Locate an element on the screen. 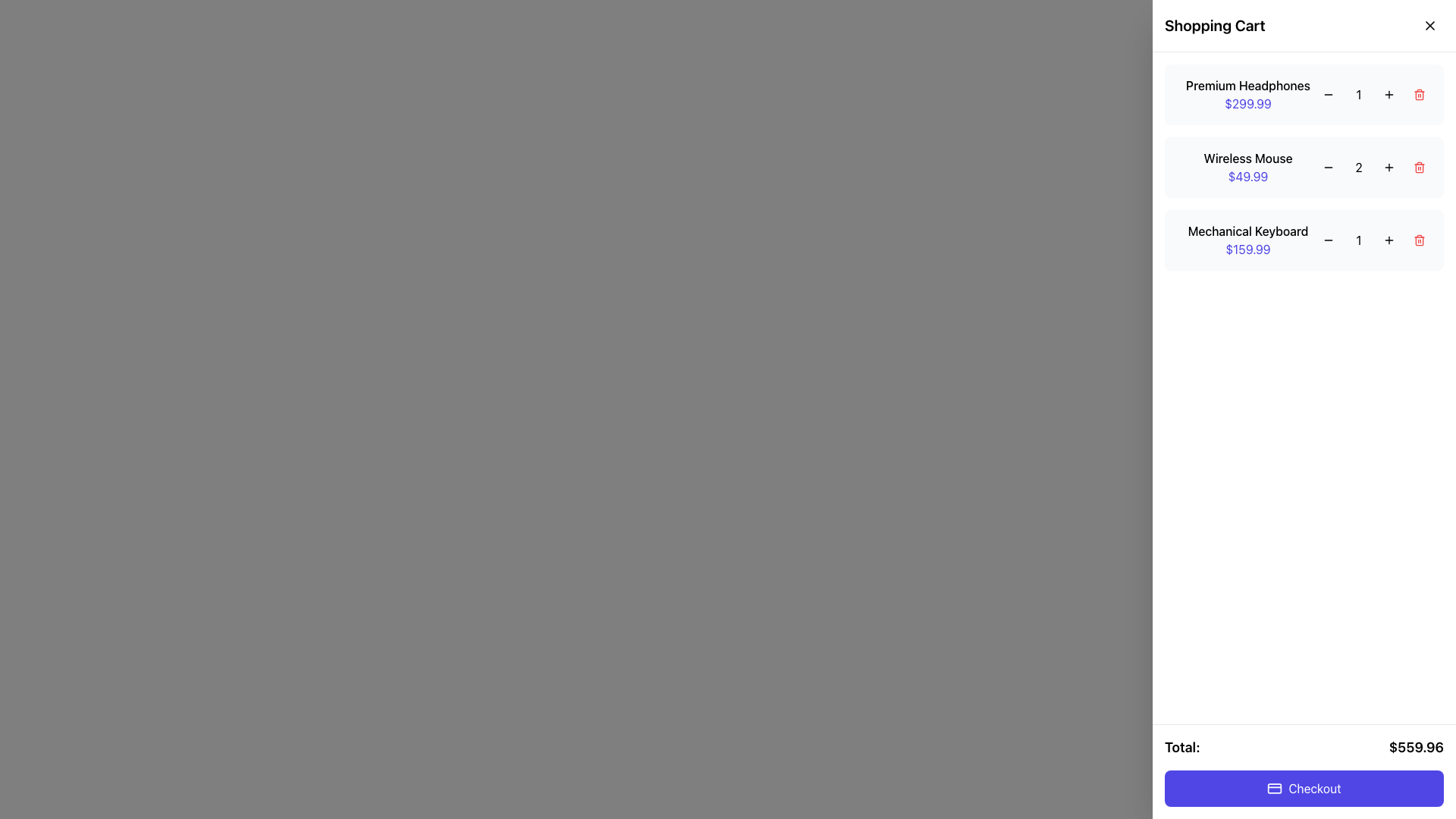 The height and width of the screenshot is (819, 1456). the small circular button with a minus symbol located inside the third item in the shopping cart list for the Mechanical Keyboard is located at coordinates (1328, 239).